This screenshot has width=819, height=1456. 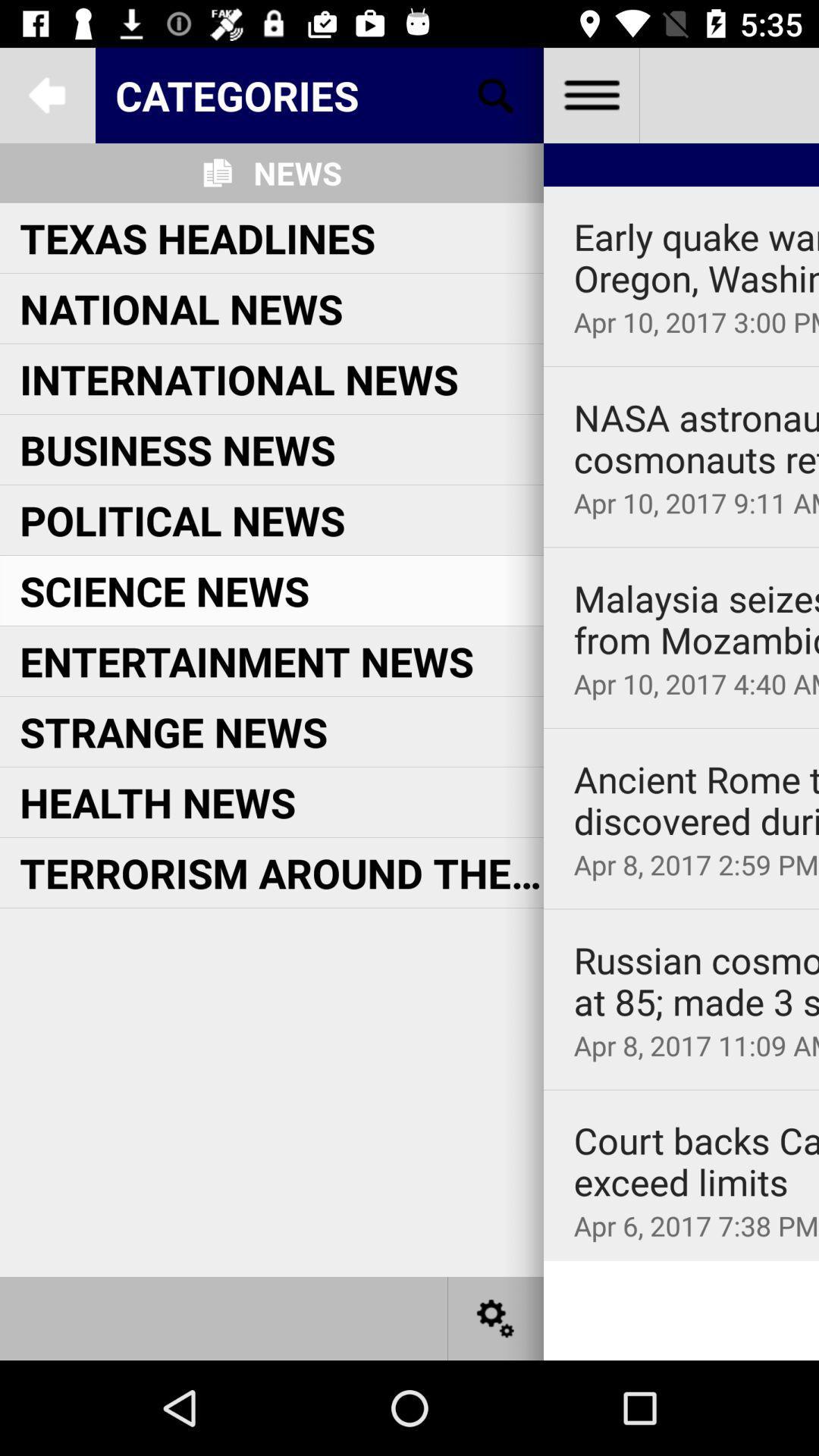 I want to click on previous, so click(x=46, y=94).